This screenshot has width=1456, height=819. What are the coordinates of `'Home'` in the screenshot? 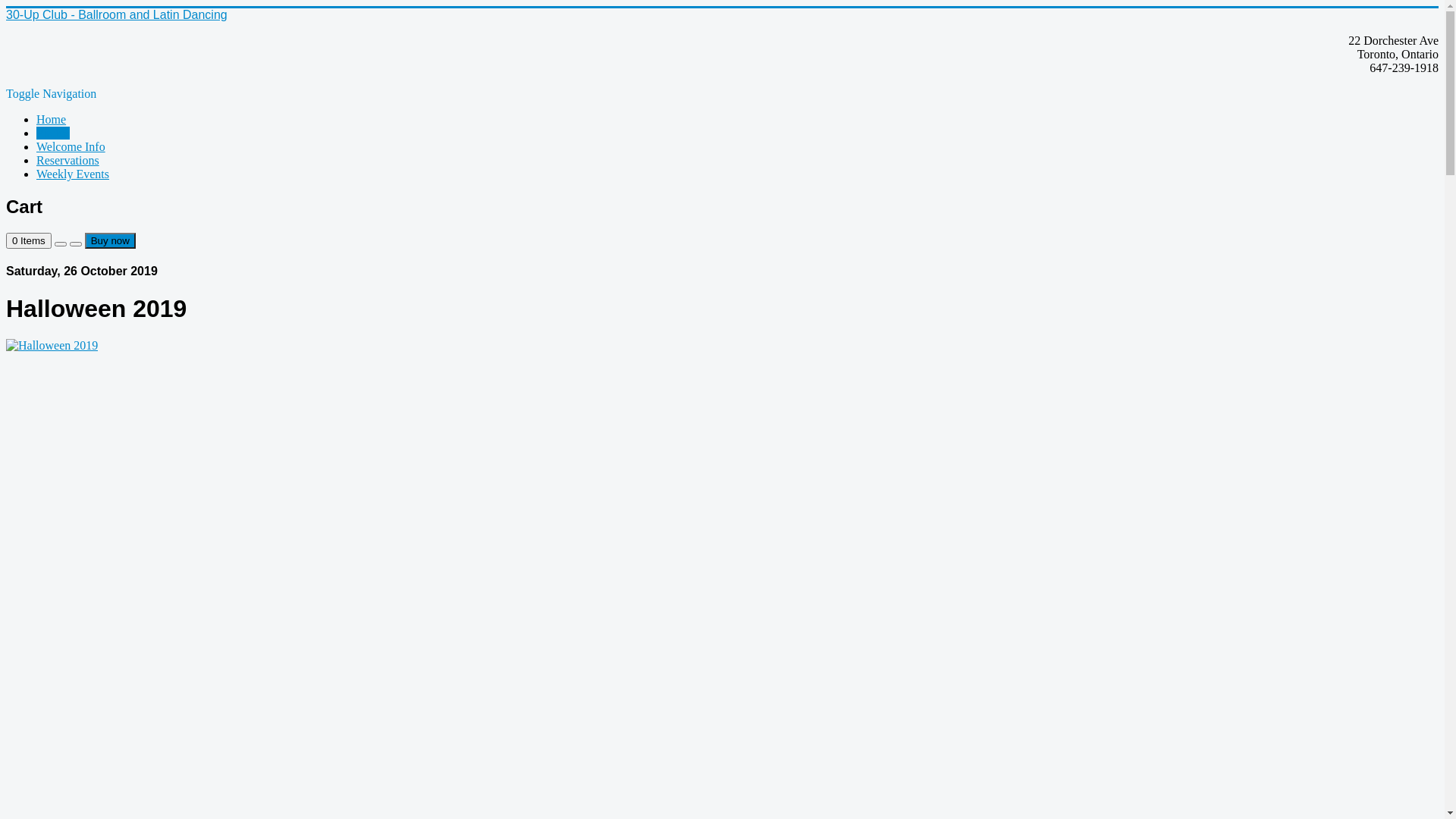 It's located at (36, 118).